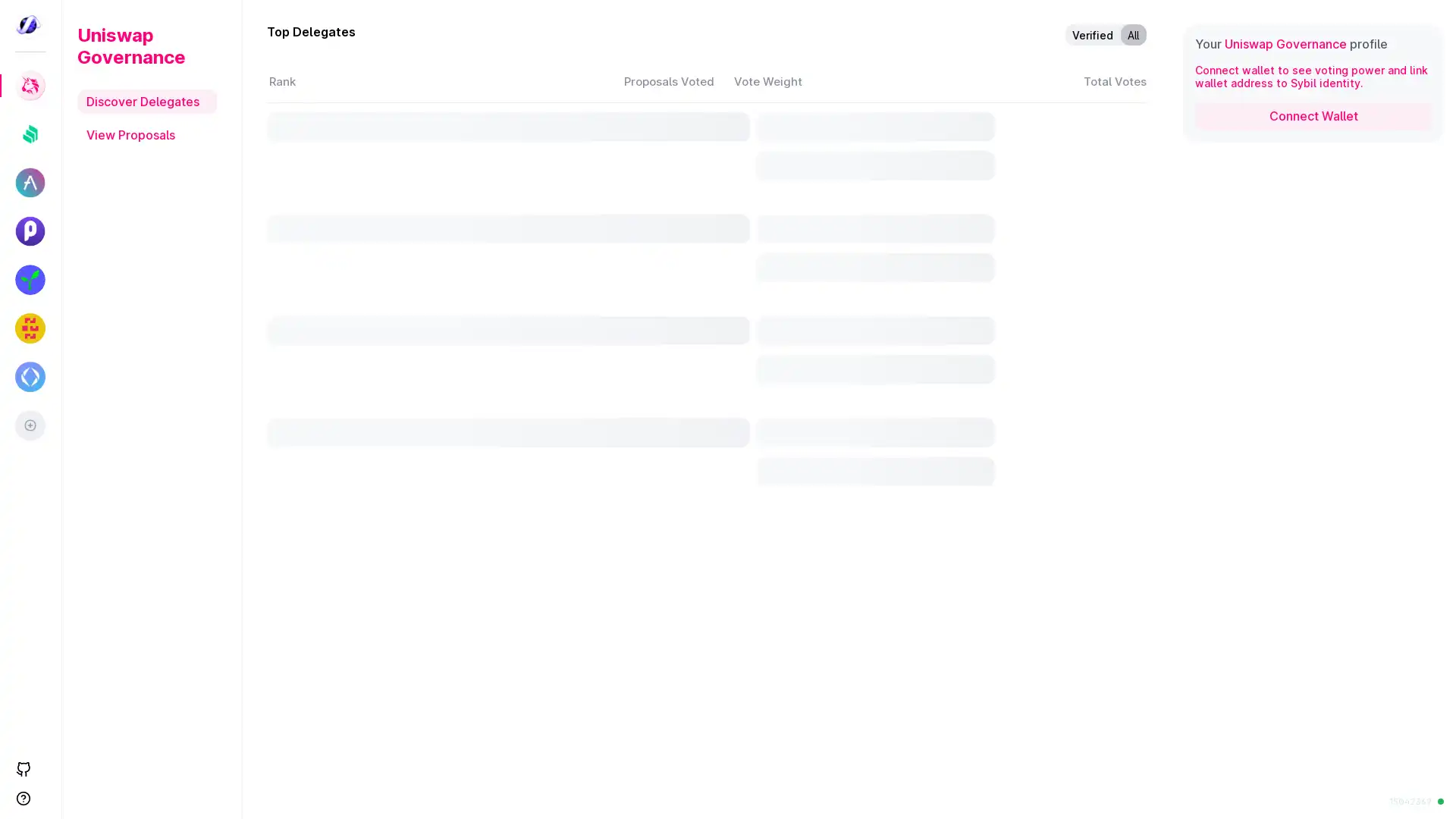 This screenshot has height=819, width=1456. Describe the element at coordinates (1006, 565) in the screenshot. I see `Delegate` at that location.